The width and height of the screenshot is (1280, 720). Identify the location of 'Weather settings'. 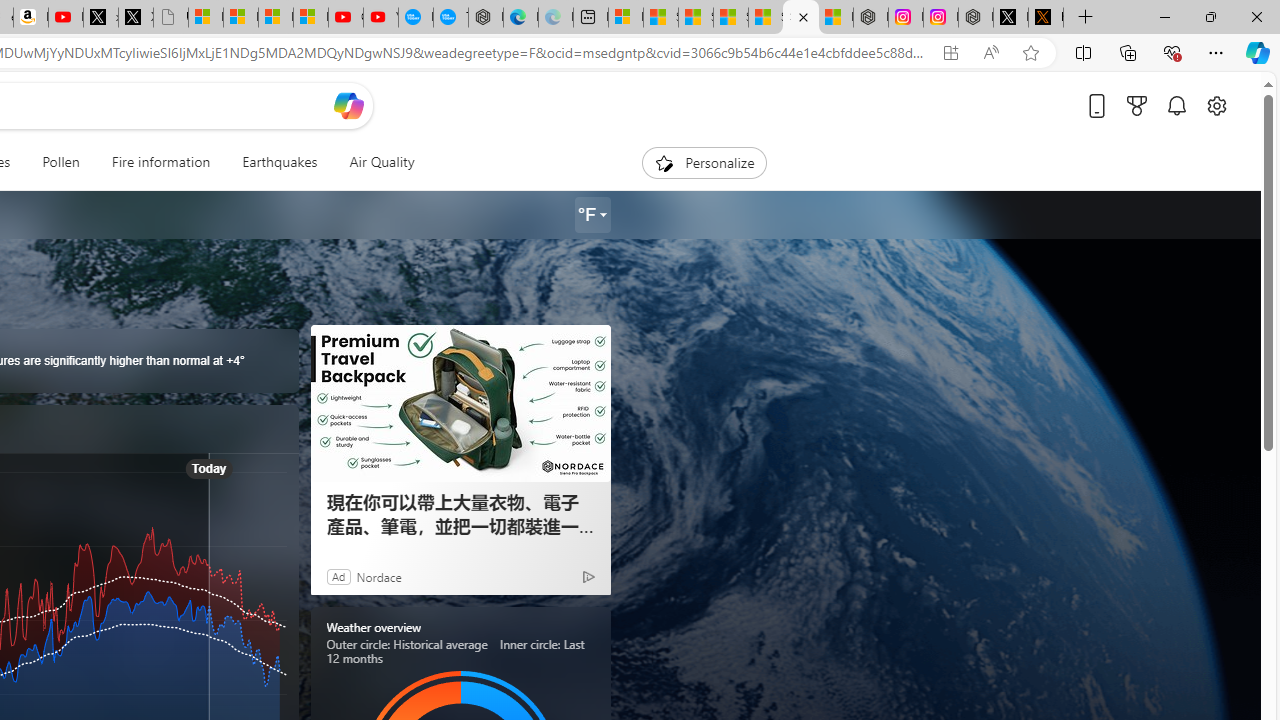
(591, 215).